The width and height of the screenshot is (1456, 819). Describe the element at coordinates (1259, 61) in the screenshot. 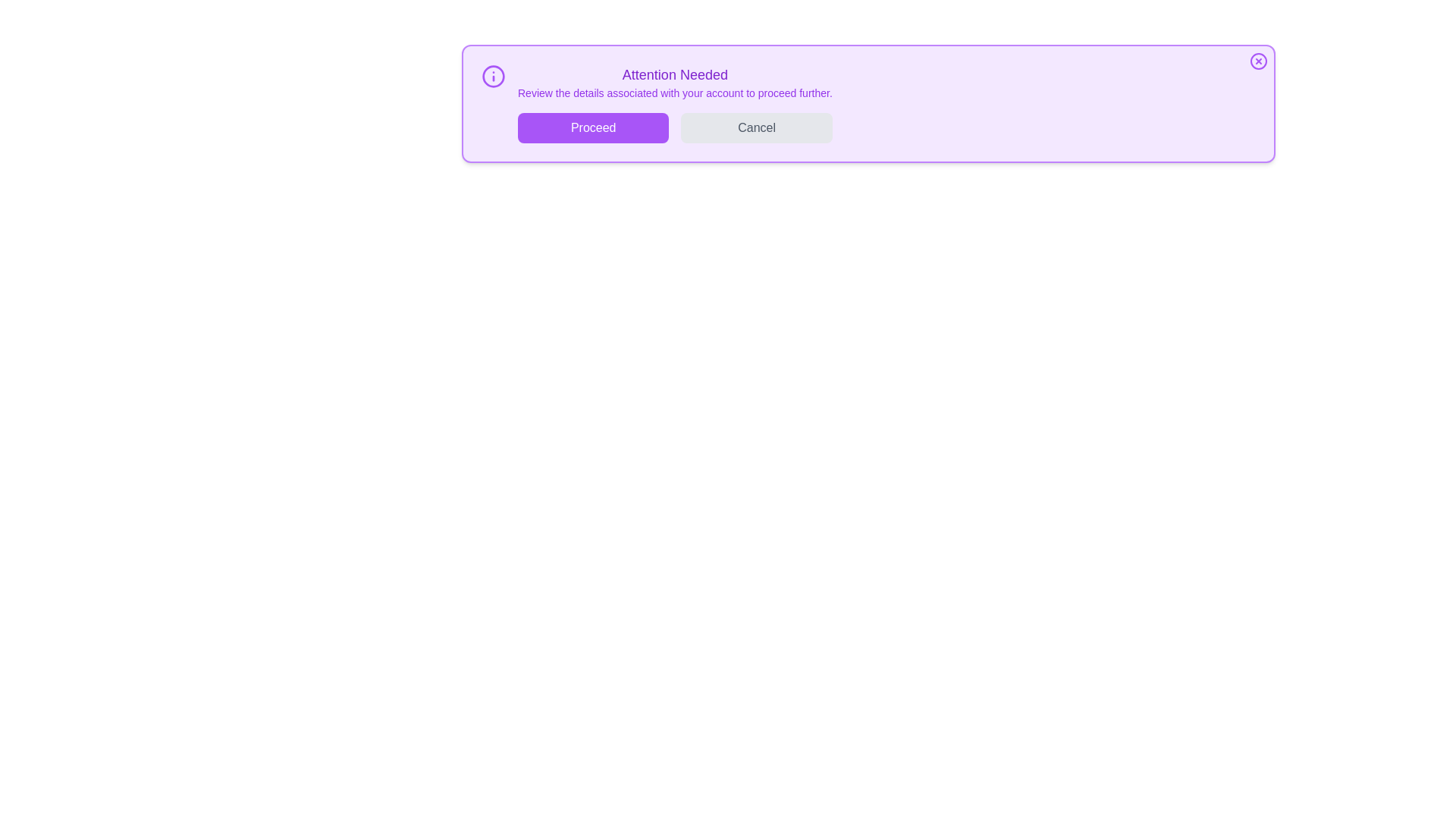

I see `the close button located at the top-right corner of the alert` at that location.